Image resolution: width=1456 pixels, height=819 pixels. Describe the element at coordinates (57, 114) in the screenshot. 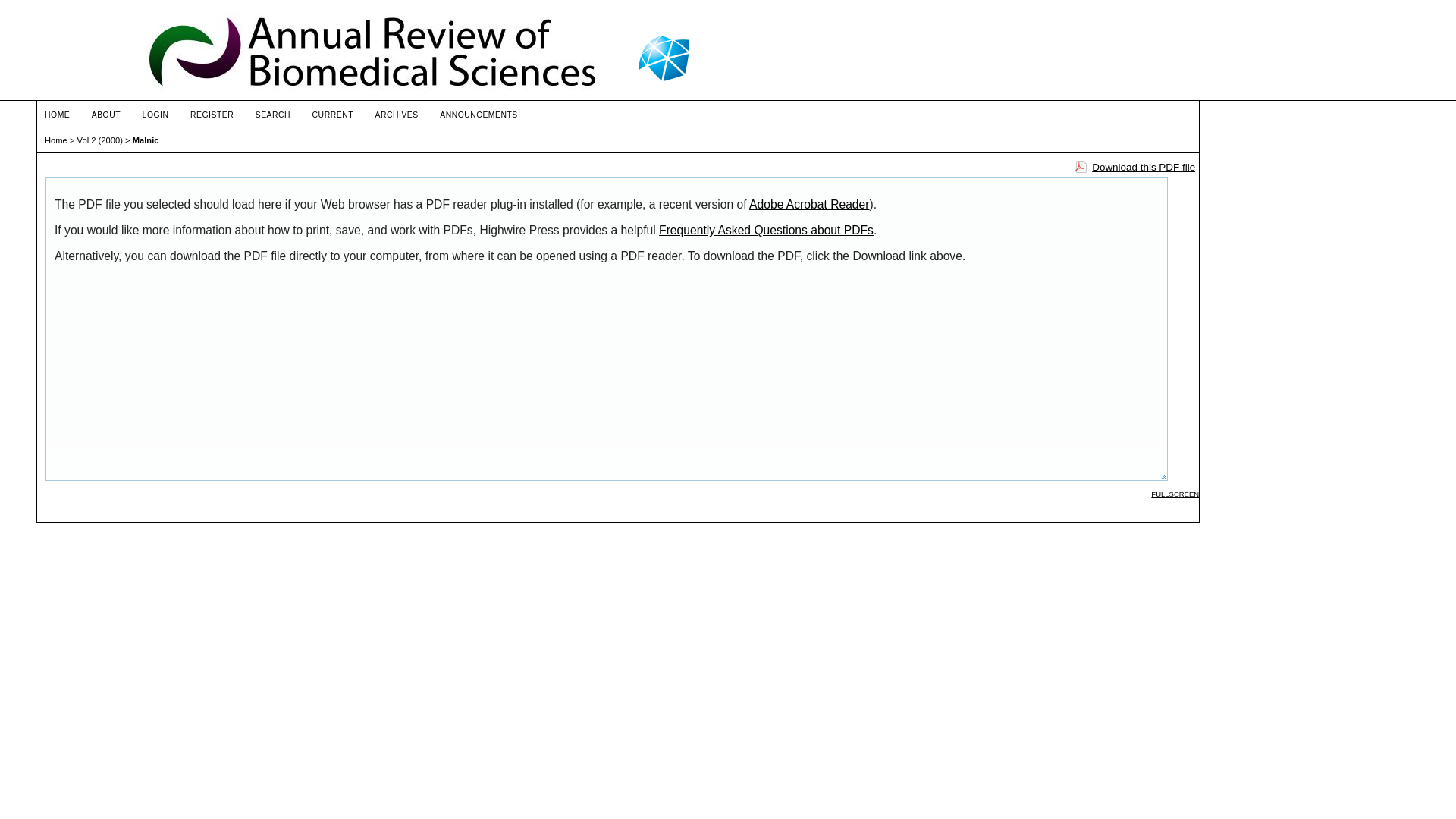

I see `'HOME'` at that location.